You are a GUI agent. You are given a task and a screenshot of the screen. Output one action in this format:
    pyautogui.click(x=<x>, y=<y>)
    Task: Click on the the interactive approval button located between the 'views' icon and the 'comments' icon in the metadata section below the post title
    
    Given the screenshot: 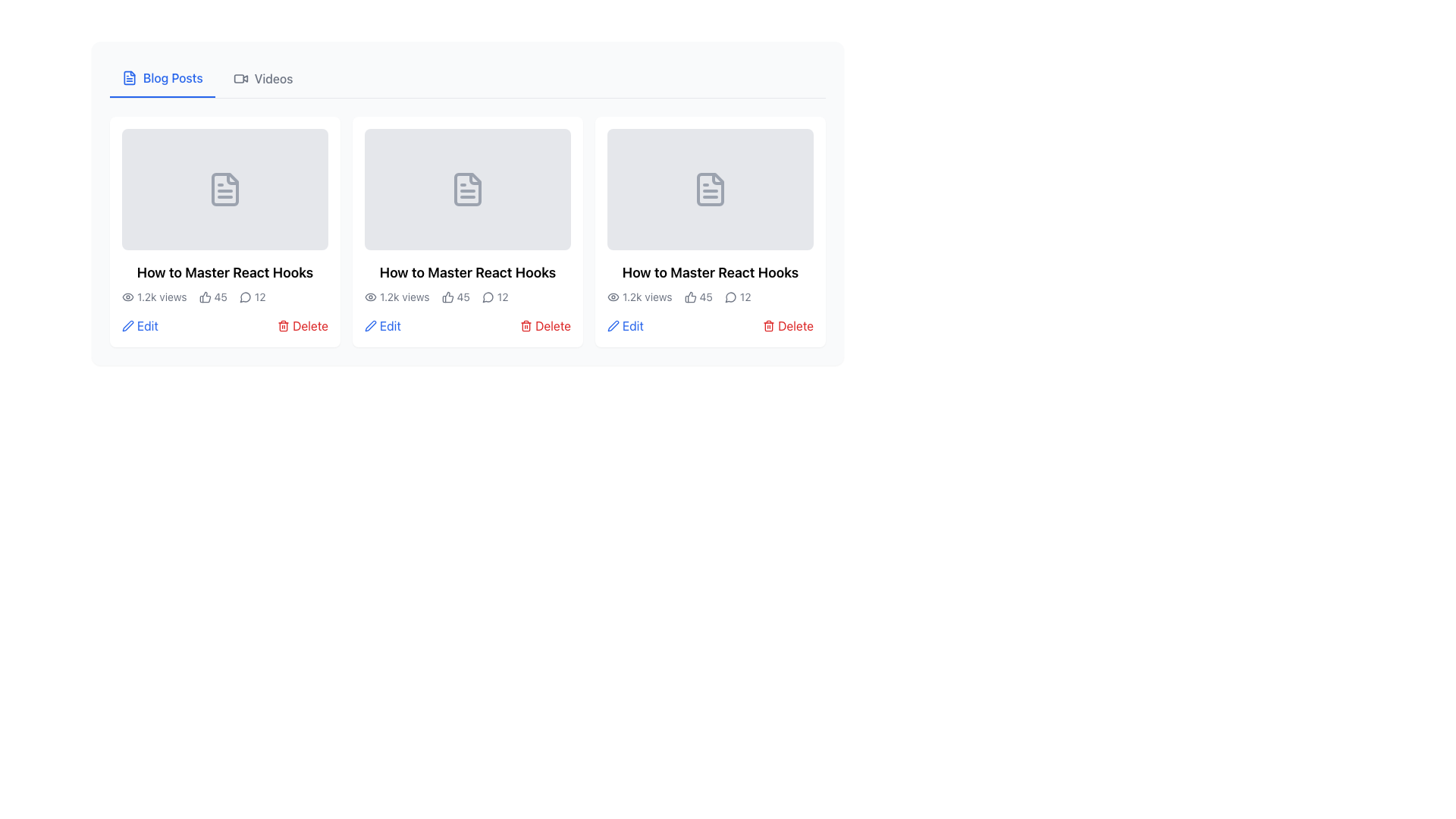 What is the action you would take?
    pyautogui.click(x=204, y=297)
    